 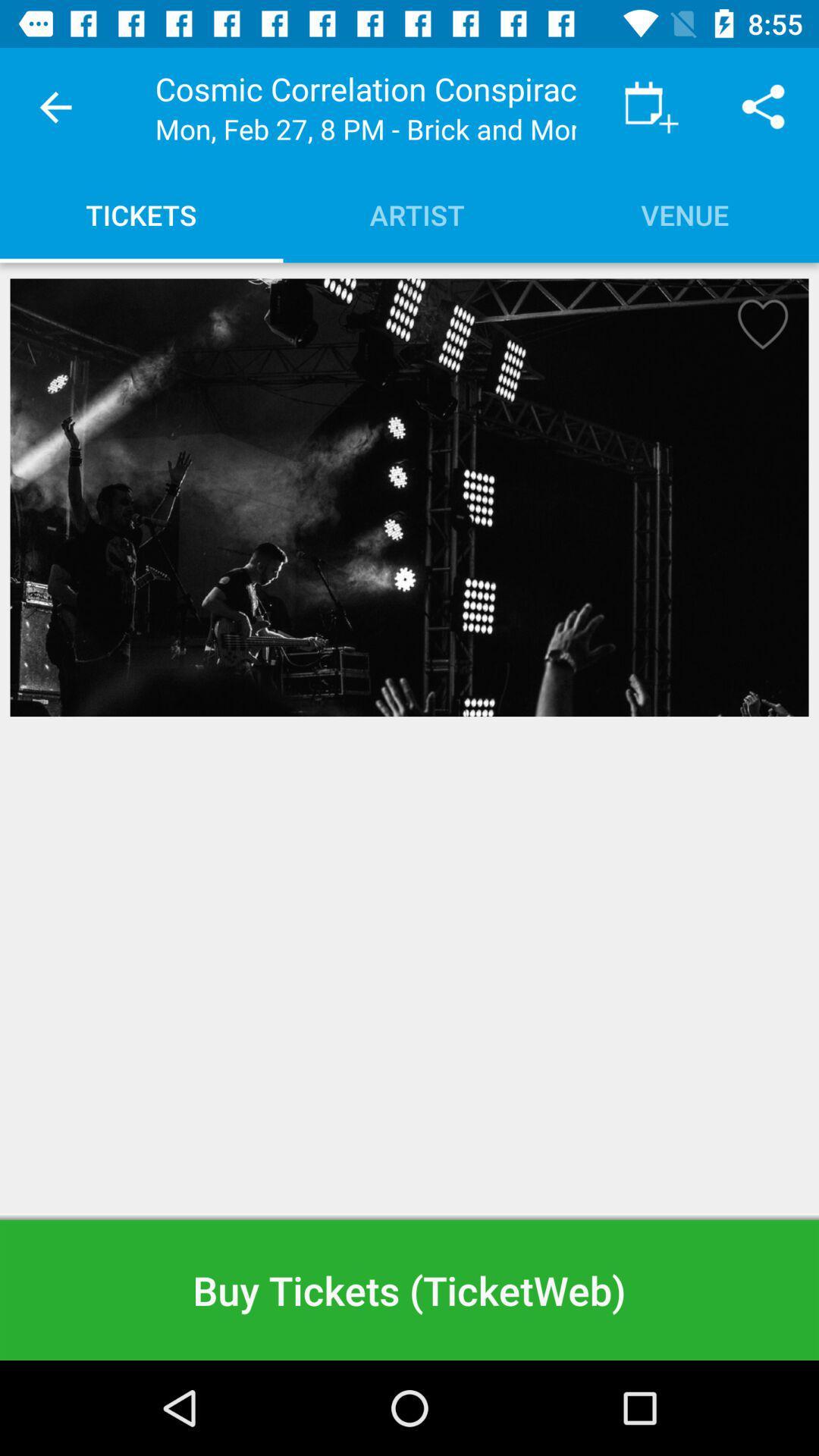 I want to click on icon to the left of cosmic correlation conspiracy item, so click(x=55, y=106).